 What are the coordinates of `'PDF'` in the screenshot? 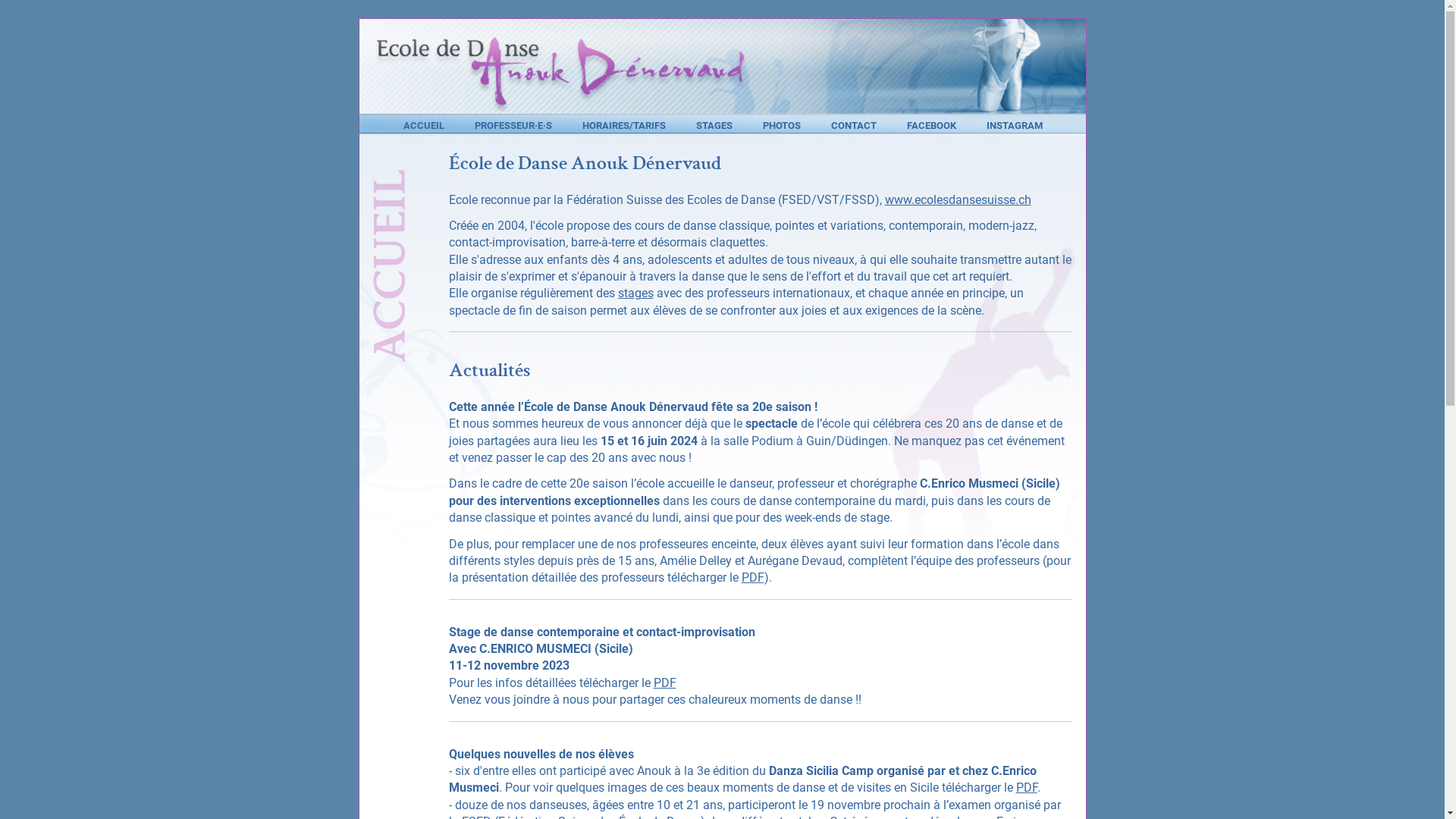 It's located at (654, 682).